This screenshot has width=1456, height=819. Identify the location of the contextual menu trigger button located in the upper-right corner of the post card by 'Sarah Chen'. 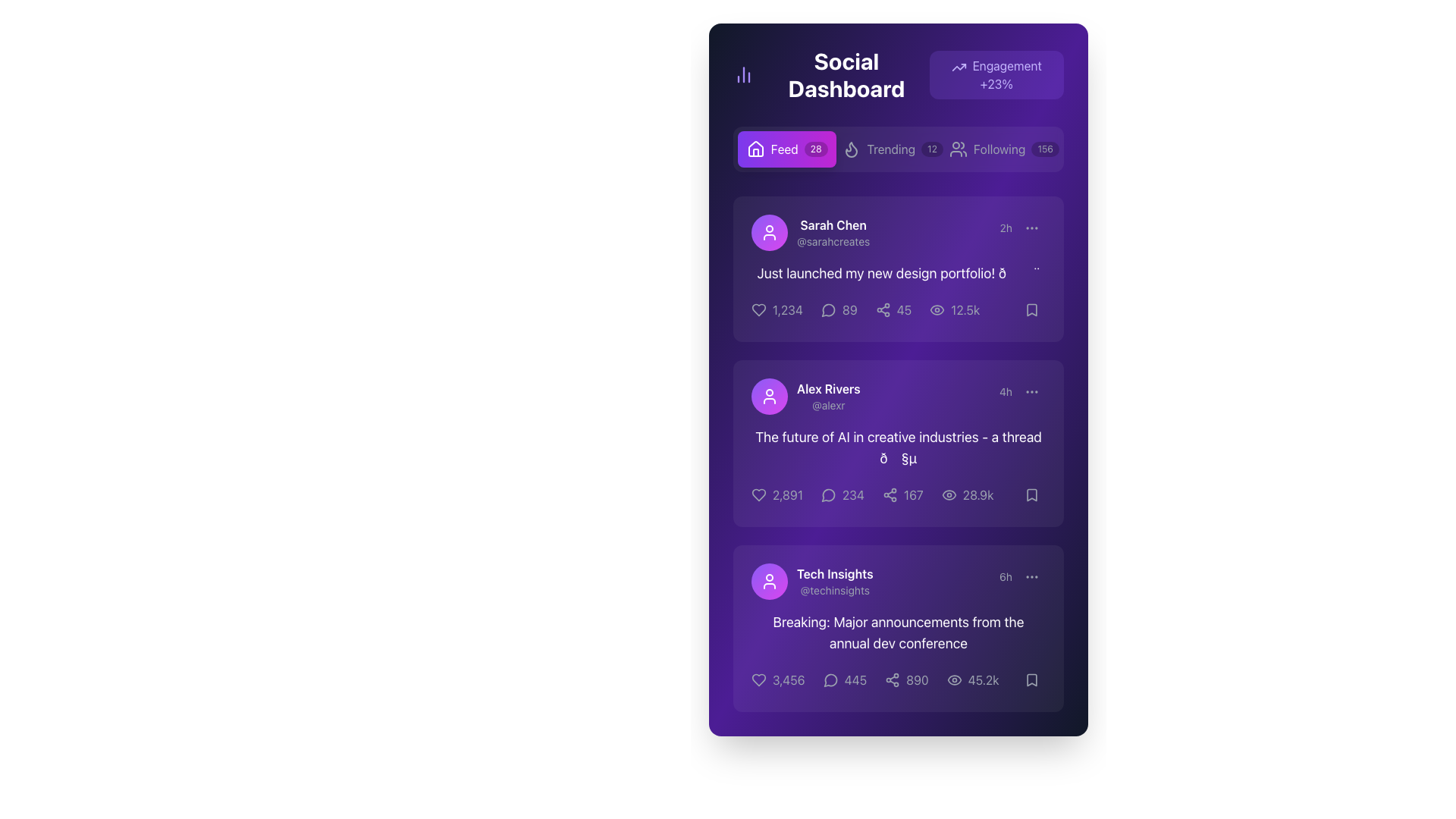
(1031, 227).